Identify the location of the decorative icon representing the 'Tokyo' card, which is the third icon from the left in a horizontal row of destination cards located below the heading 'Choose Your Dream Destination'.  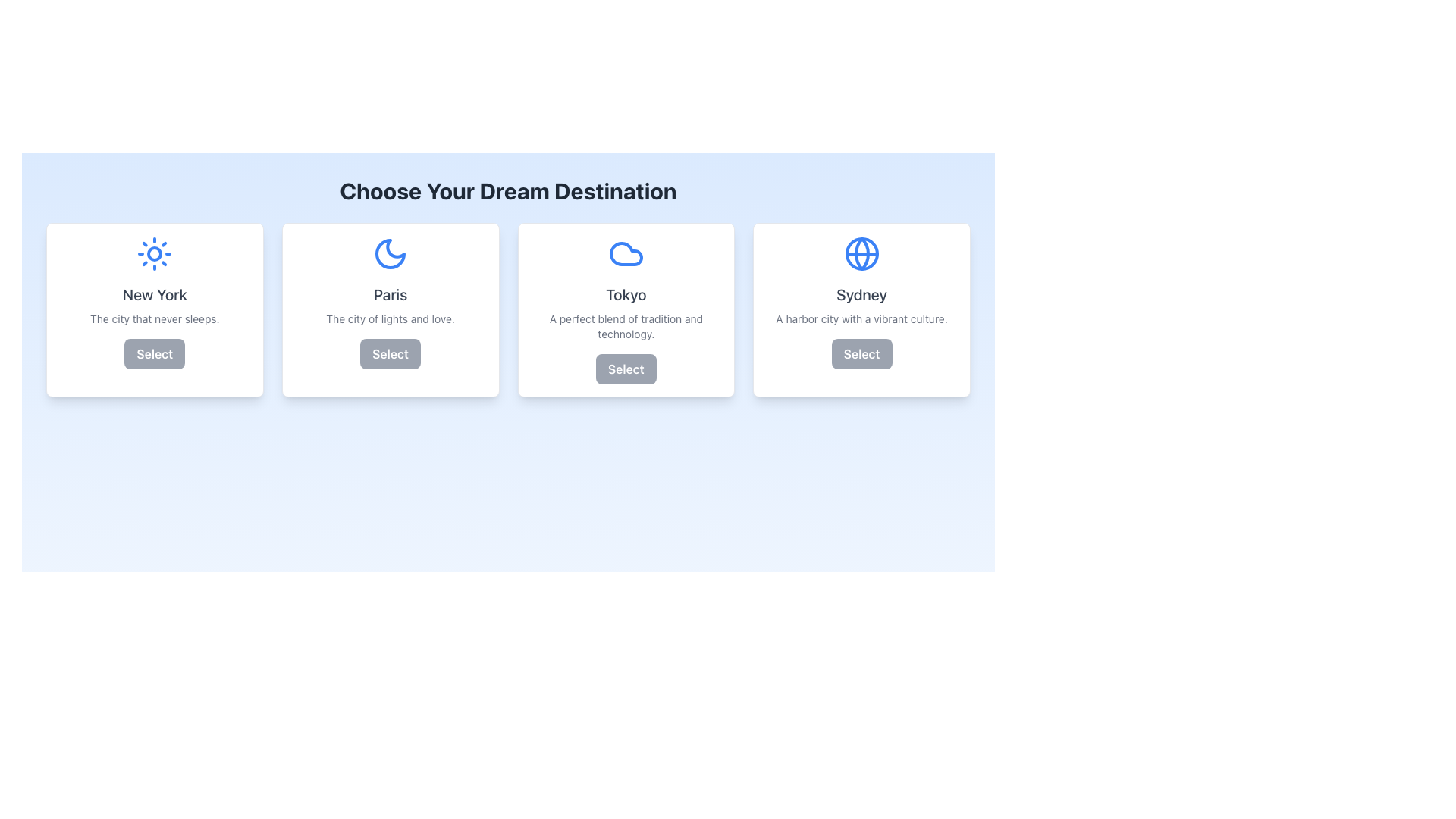
(626, 253).